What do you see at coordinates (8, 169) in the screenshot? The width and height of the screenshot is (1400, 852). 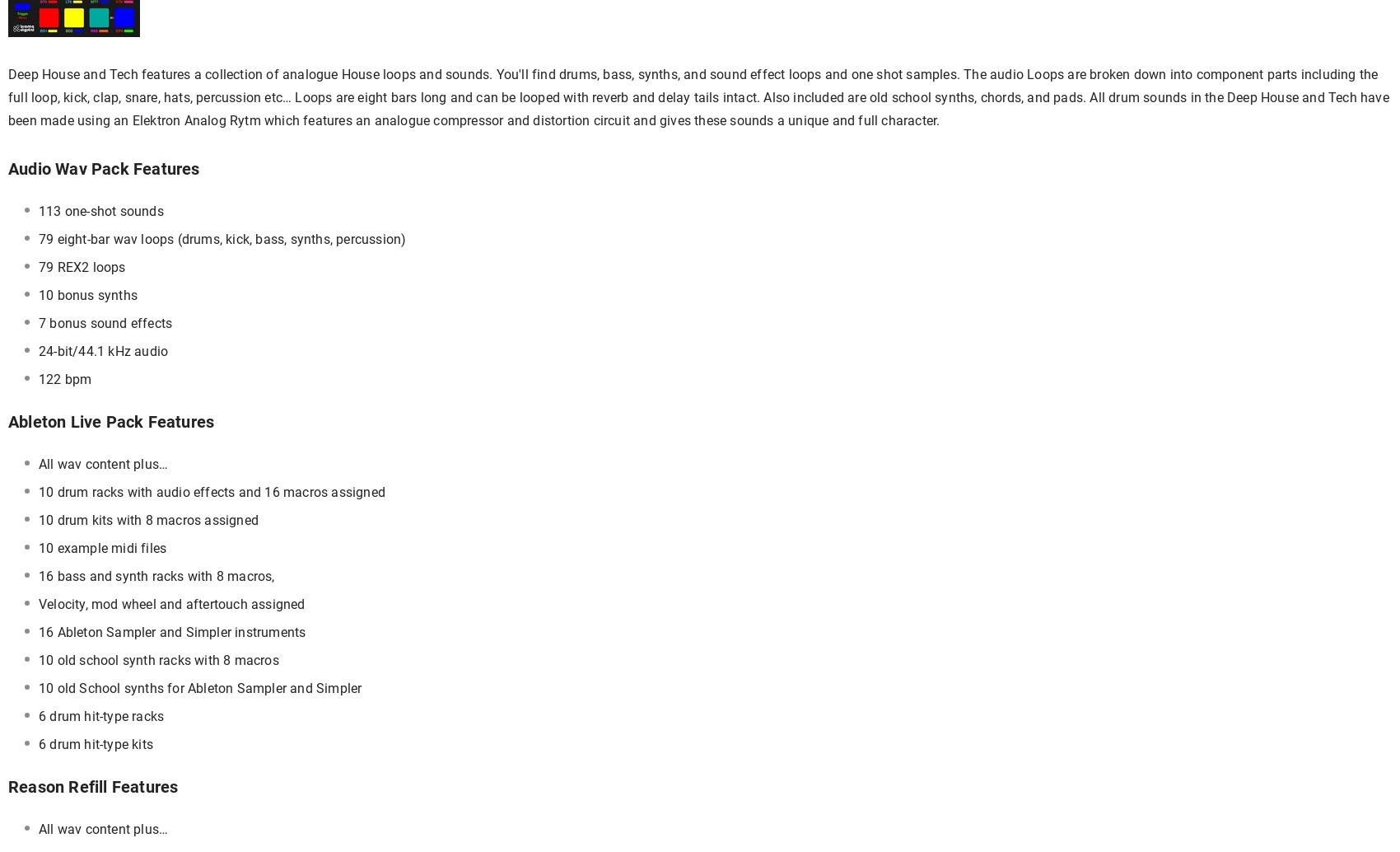 I see `'Audio Wav Pack Features'` at bounding box center [8, 169].